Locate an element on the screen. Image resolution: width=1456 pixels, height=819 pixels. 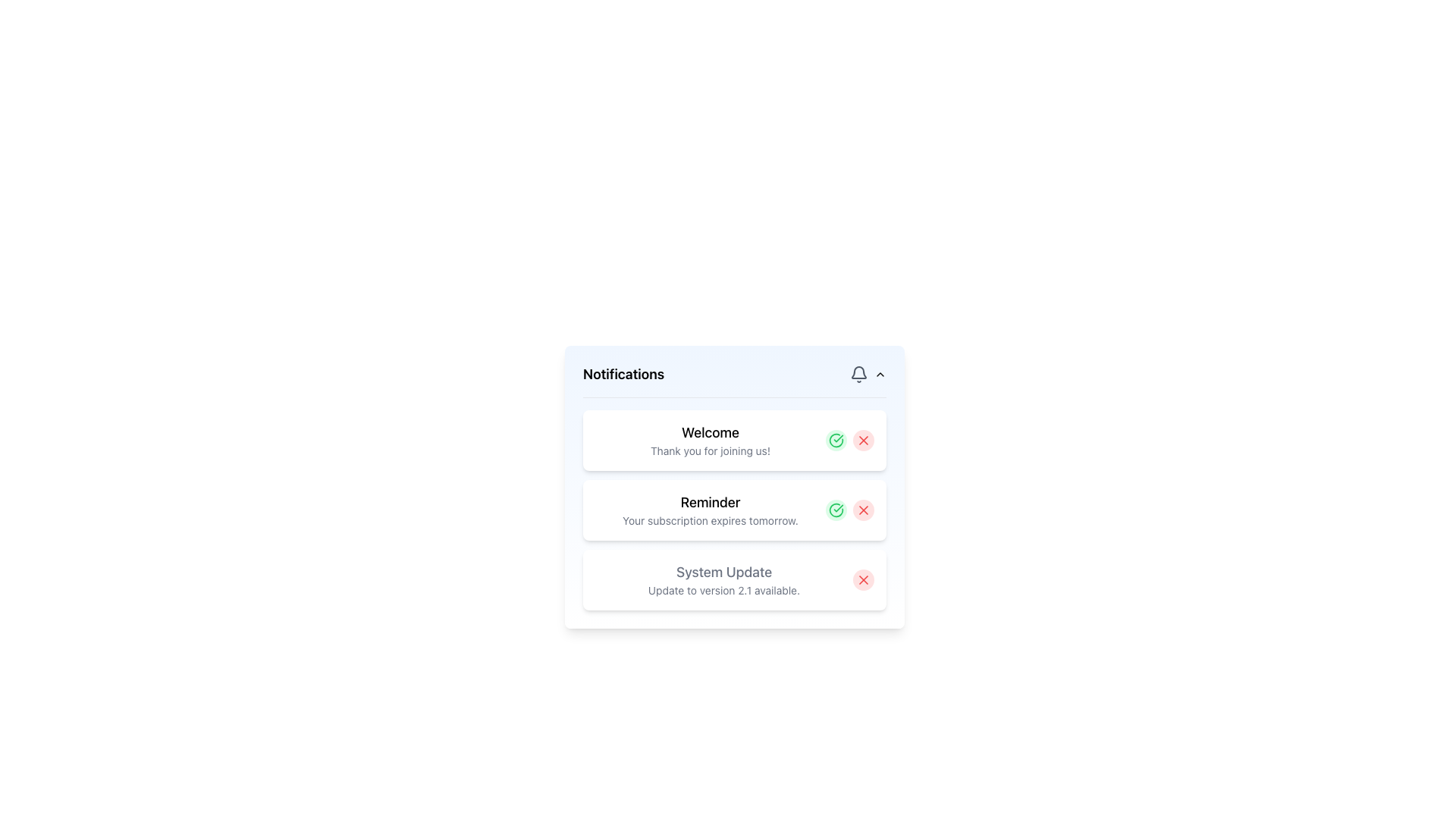
the cross button located in the upper-right corner of the 'Welcome' notification card is located at coordinates (863, 441).